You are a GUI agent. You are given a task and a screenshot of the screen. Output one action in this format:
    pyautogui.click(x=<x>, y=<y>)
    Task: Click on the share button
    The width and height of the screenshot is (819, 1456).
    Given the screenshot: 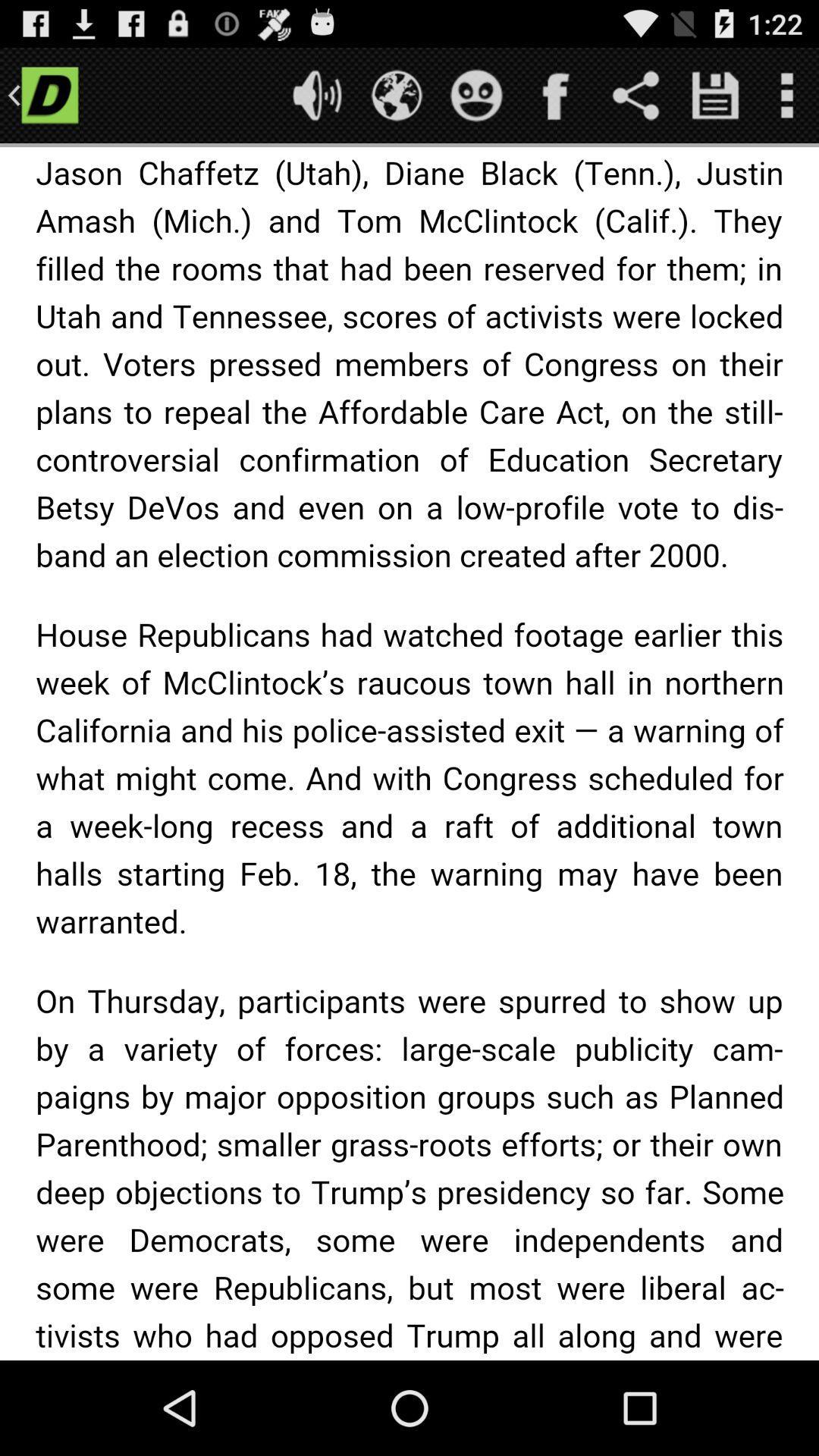 What is the action you would take?
    pyautogui.click(x=635, y=94)
    